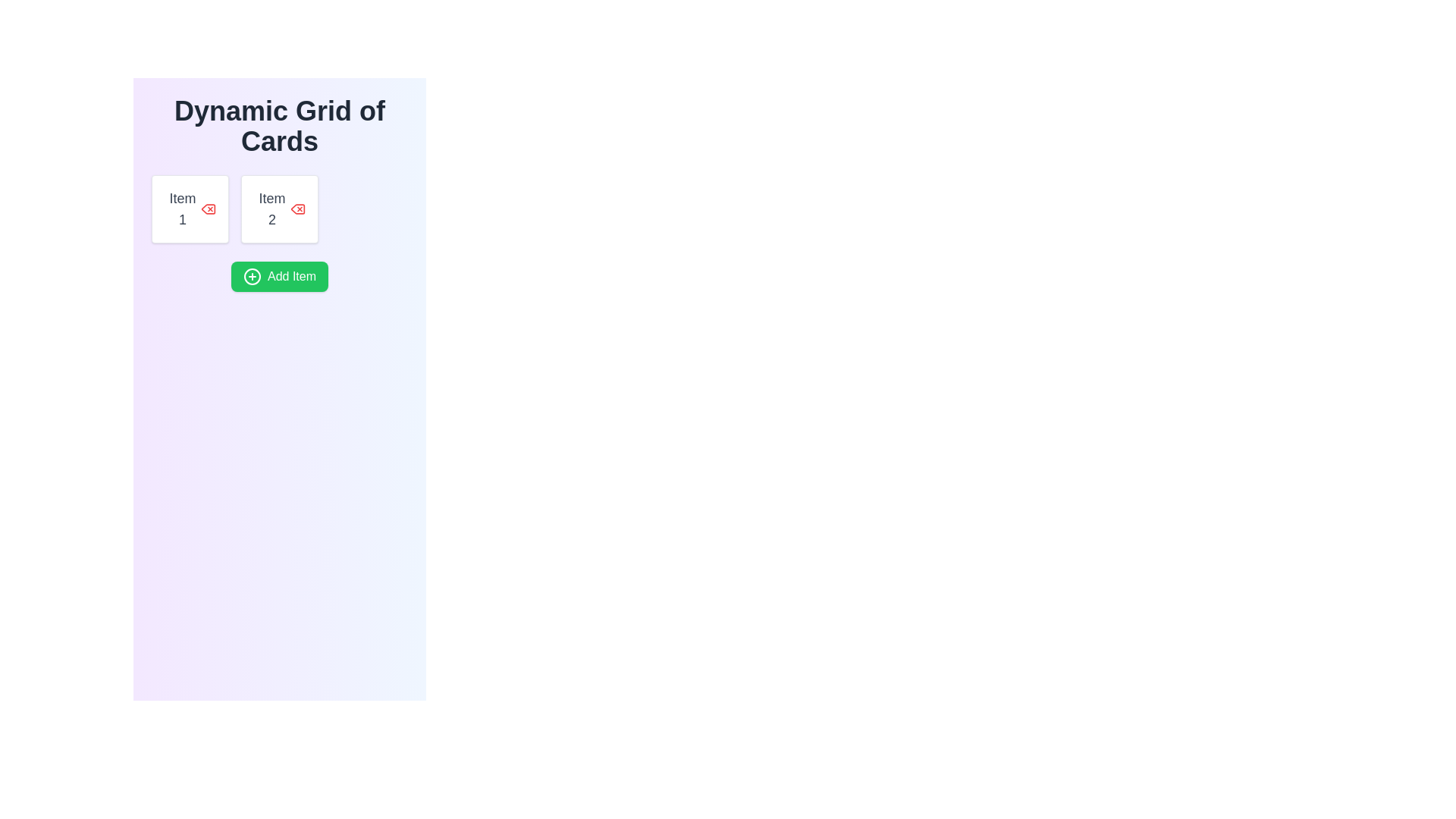  I want to click on the appearance of the circular SVG graphical element that represents the action of adding an item, located within the green rectangular button below 'Item 1' and 'Item 2', so click(252, 277).